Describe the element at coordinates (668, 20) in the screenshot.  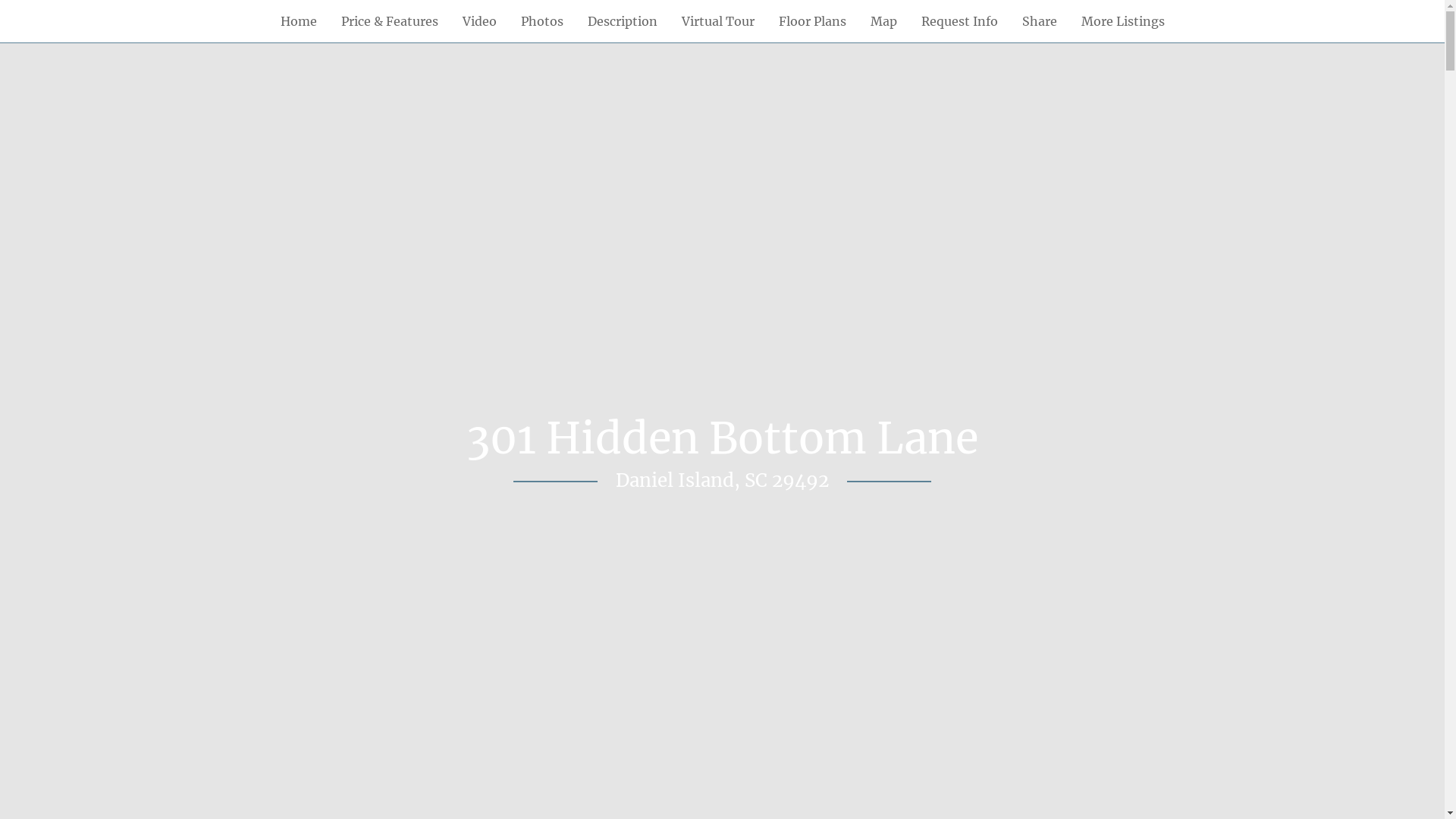
I see `'Virtual Tour'` at that location.